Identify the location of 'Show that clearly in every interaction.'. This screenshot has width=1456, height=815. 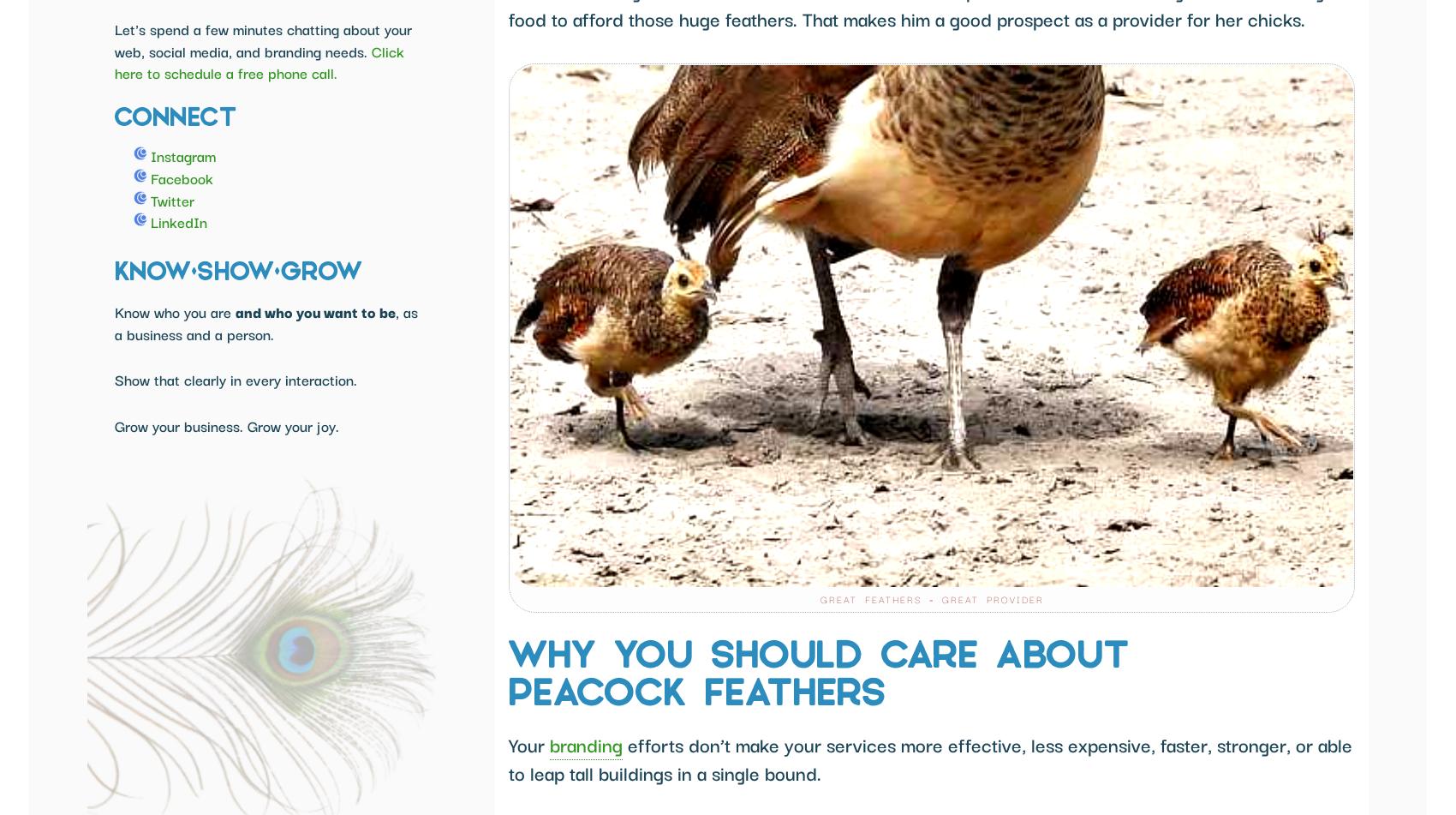
(236, 379).